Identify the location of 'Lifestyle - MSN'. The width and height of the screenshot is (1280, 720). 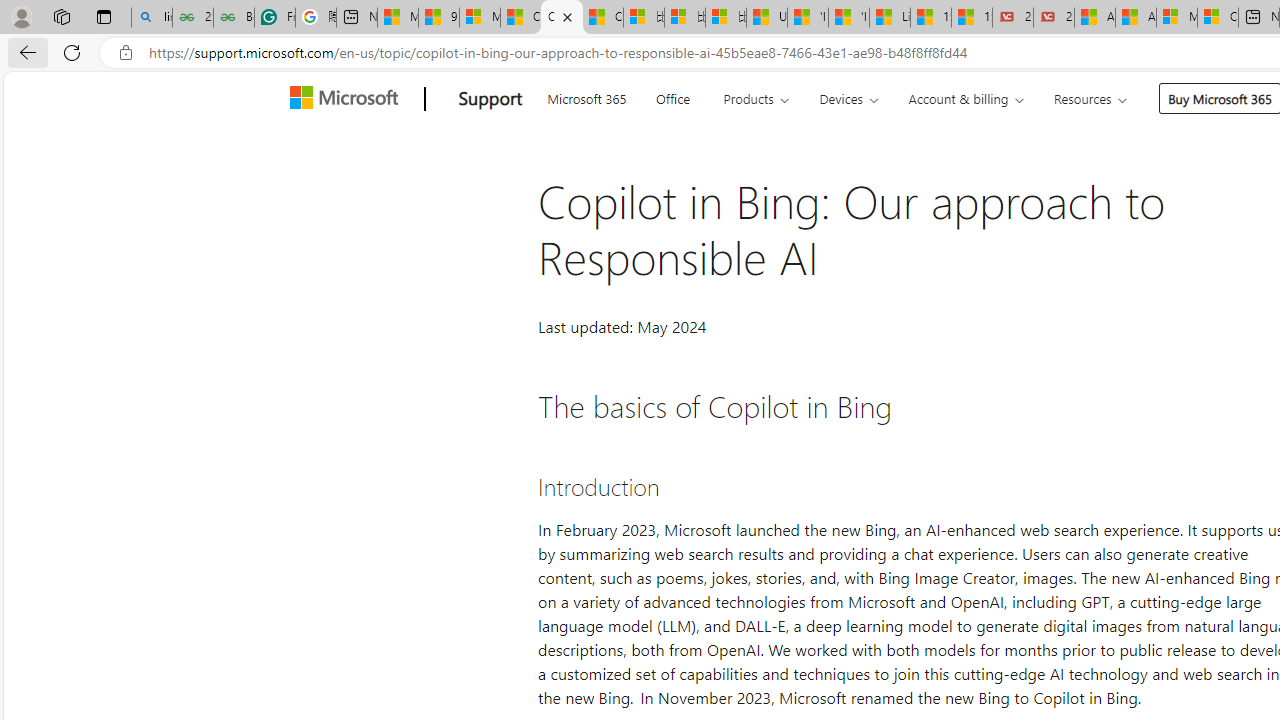
(889, 17).